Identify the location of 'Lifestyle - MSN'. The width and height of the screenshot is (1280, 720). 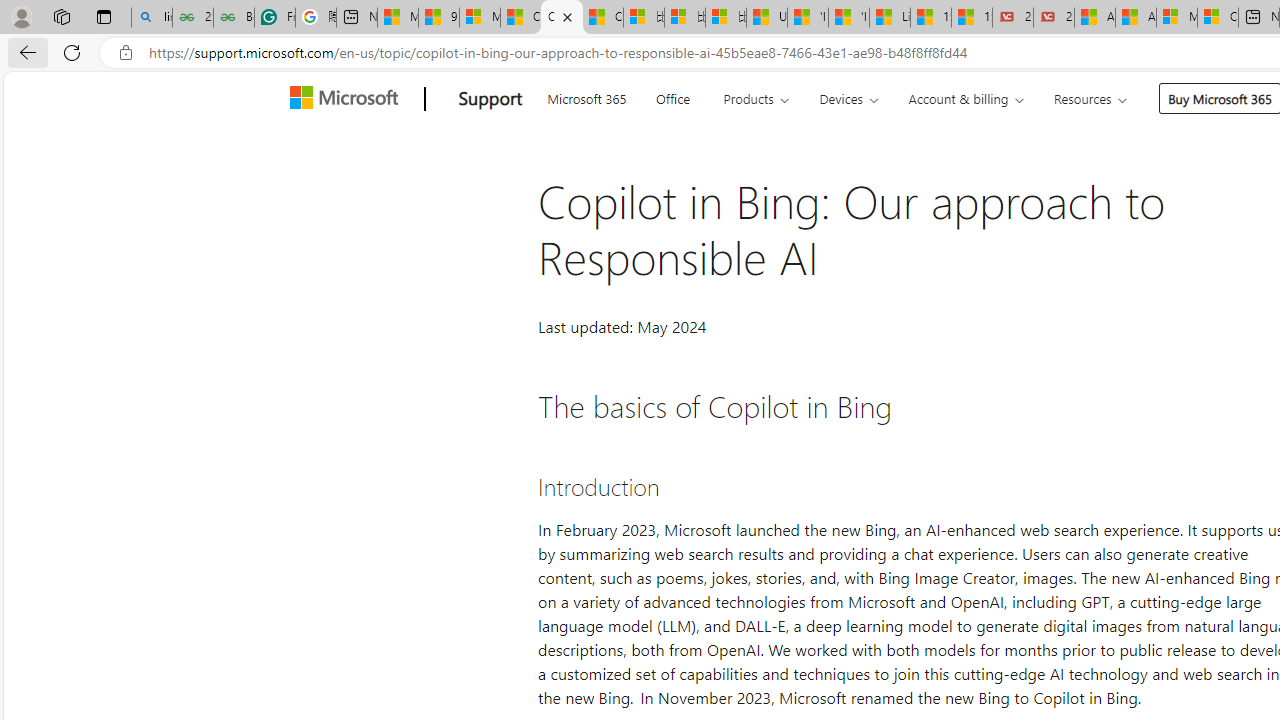
(889, 17).